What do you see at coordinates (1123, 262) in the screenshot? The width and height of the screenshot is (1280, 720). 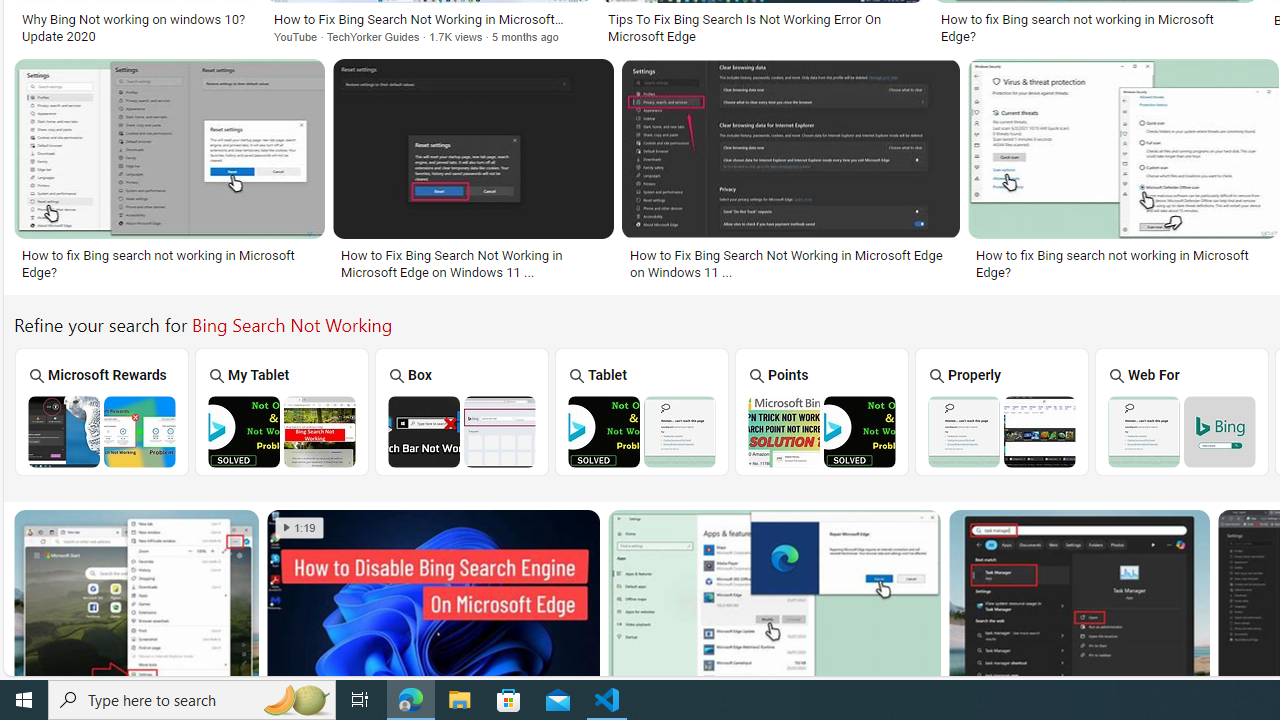 I see `'How to fix Bing search not working in Microsoft Edge?'` at bounding box center [1123, 262].